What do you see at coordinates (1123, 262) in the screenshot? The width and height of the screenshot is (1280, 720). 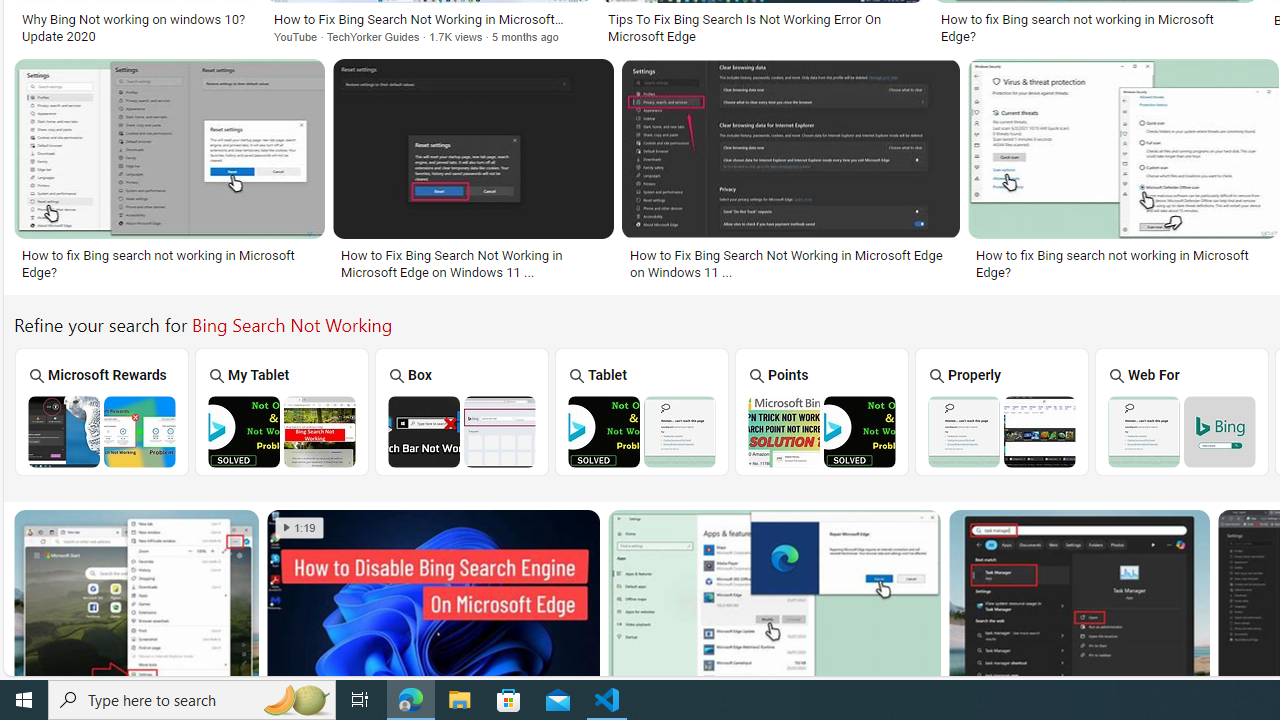 I see `'How to fix Bing search not working in Microsoft Edge?'` at bounding box center [1123, 262].